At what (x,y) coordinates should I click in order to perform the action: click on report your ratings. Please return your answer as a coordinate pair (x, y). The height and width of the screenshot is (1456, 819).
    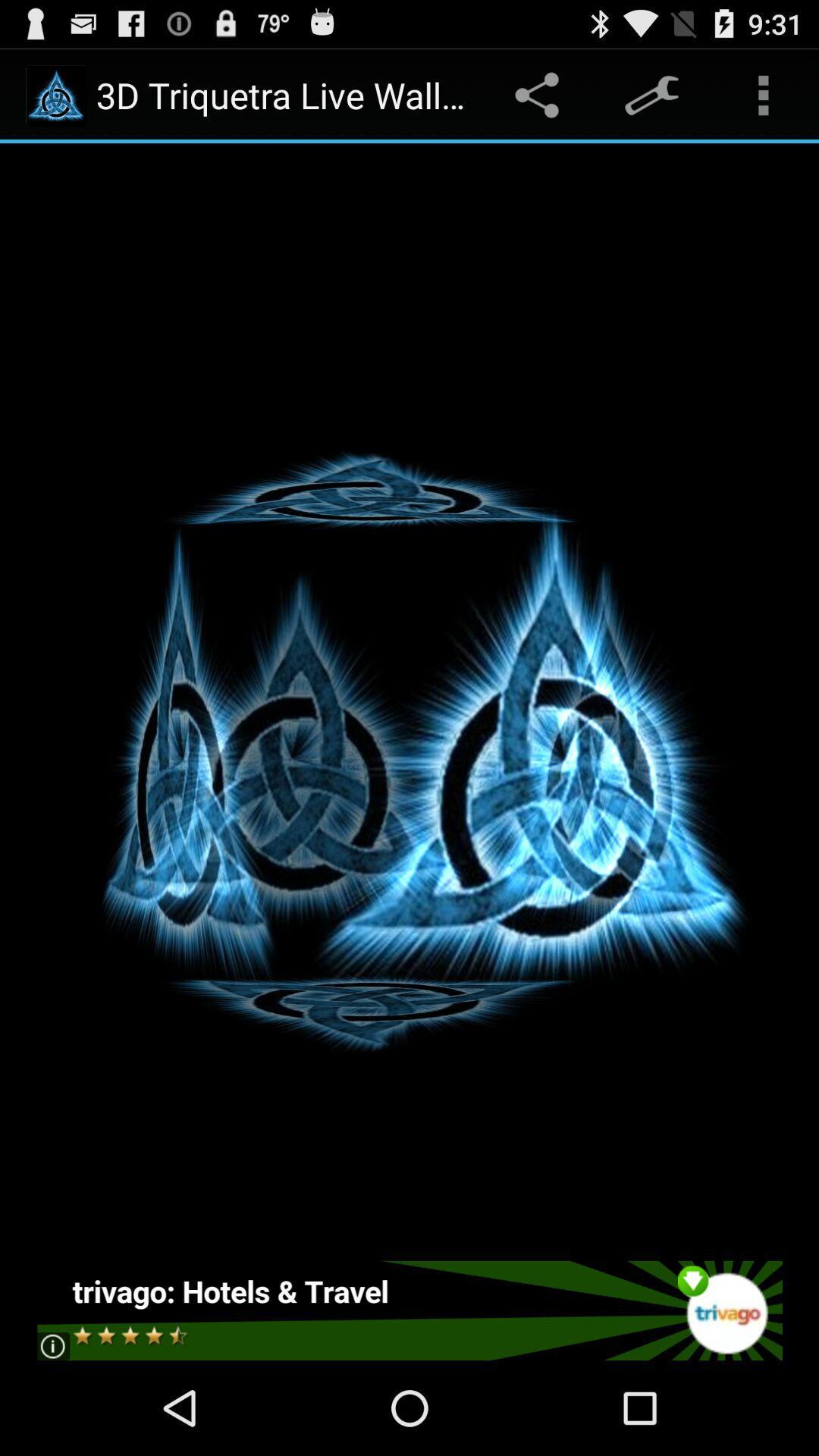
    Looking at the image, I should click on (408, 1310).